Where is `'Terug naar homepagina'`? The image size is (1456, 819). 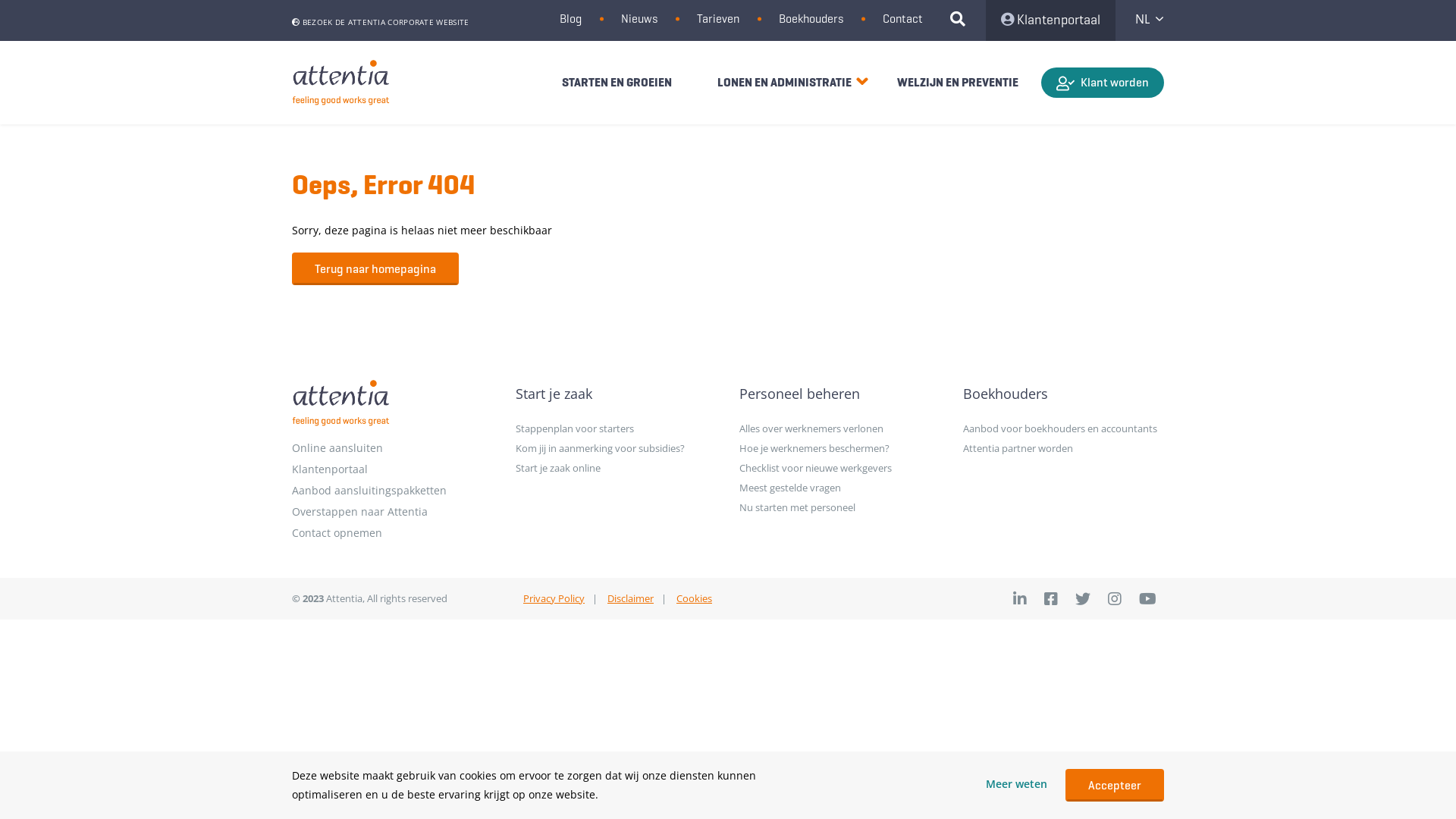
'Terug naar homepagina' is located at coordinates (375, 268).